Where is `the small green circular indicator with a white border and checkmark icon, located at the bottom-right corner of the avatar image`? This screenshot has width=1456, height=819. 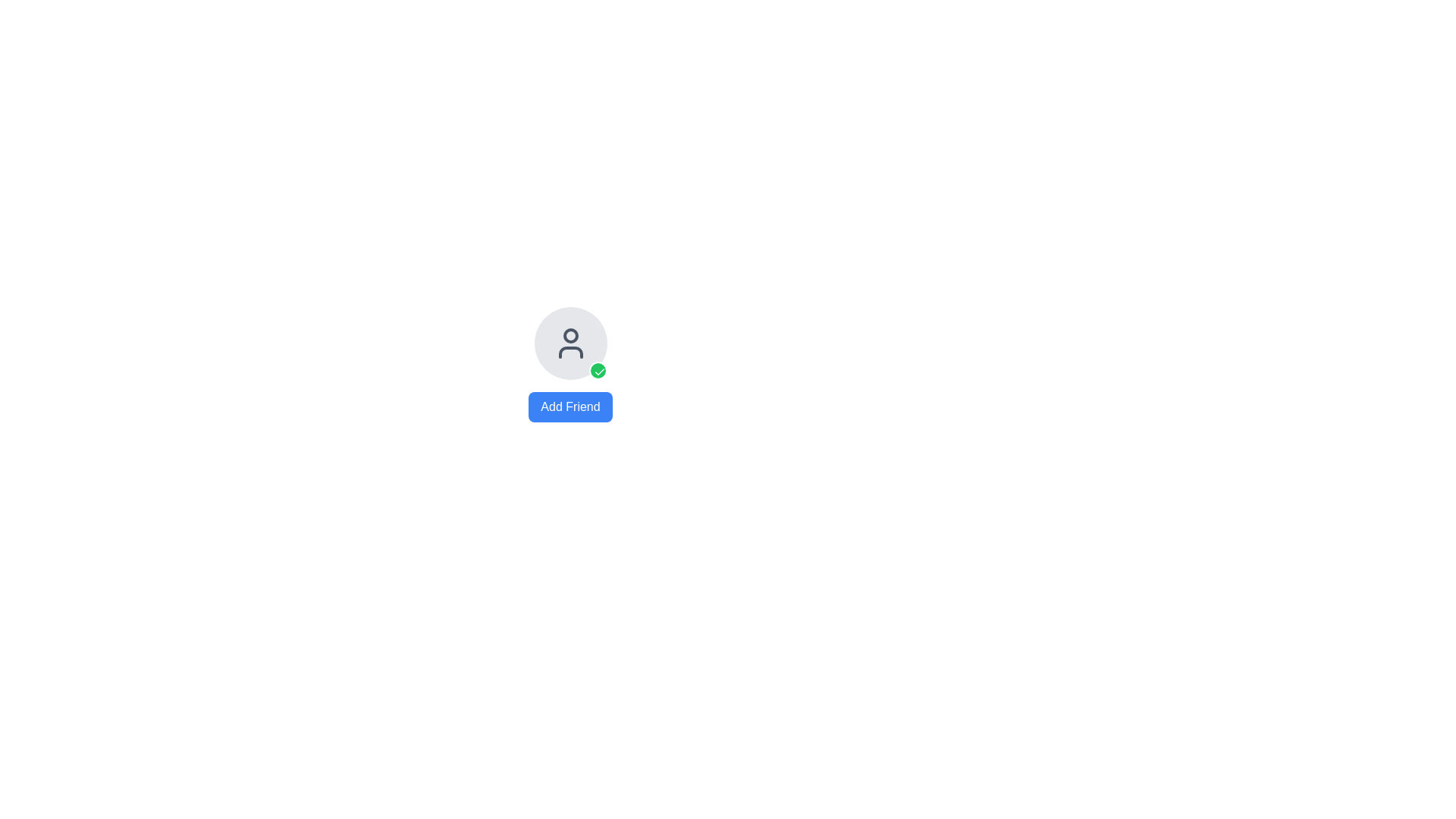
the small green circular indicator with a white border and checkmark icon, located at the bottom-right corner of the avatar image is located at coordinates (597, 371).